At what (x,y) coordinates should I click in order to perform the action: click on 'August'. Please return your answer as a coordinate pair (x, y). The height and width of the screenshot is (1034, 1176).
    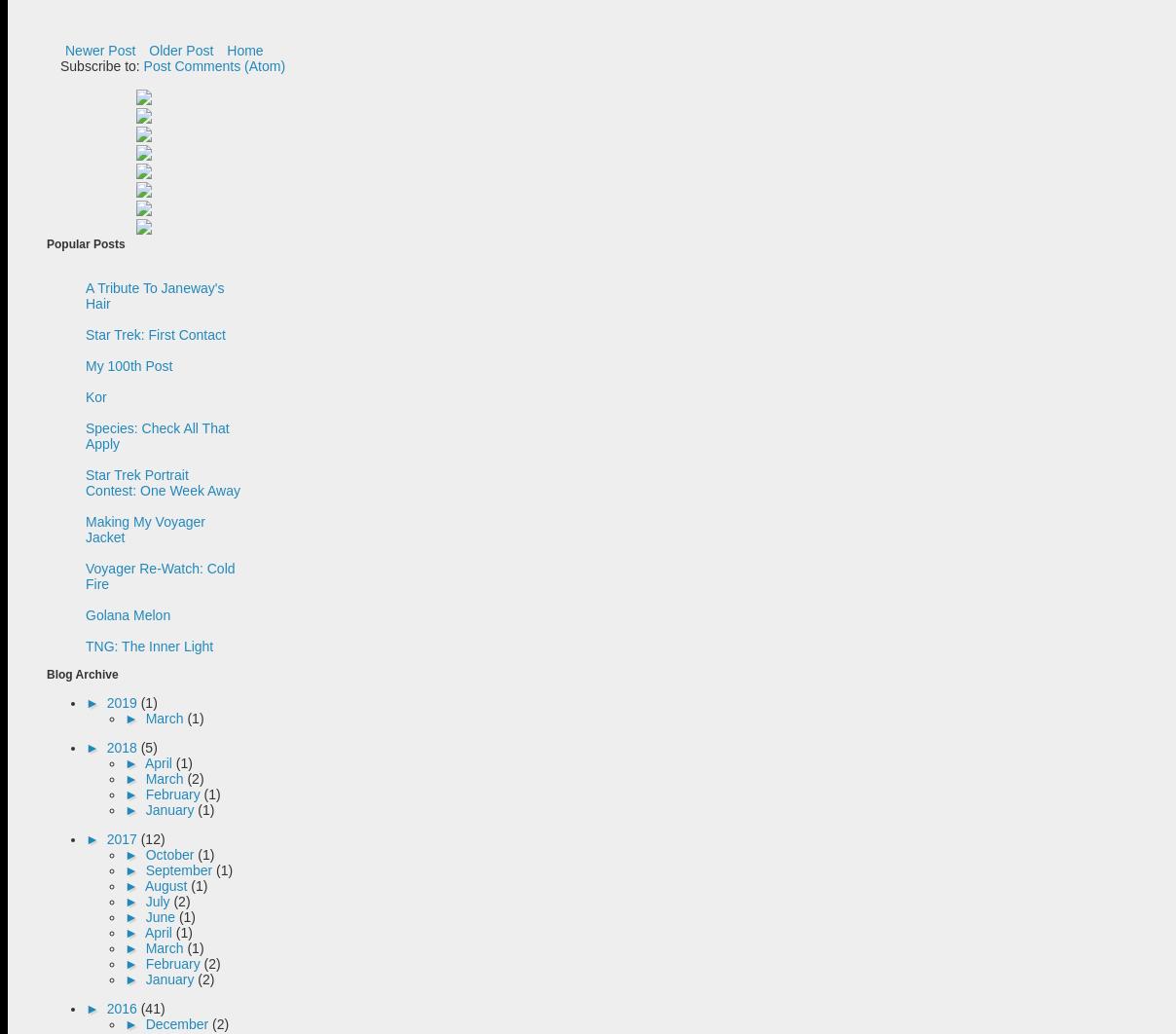
    Looking at the image, I should click on (167, 885).